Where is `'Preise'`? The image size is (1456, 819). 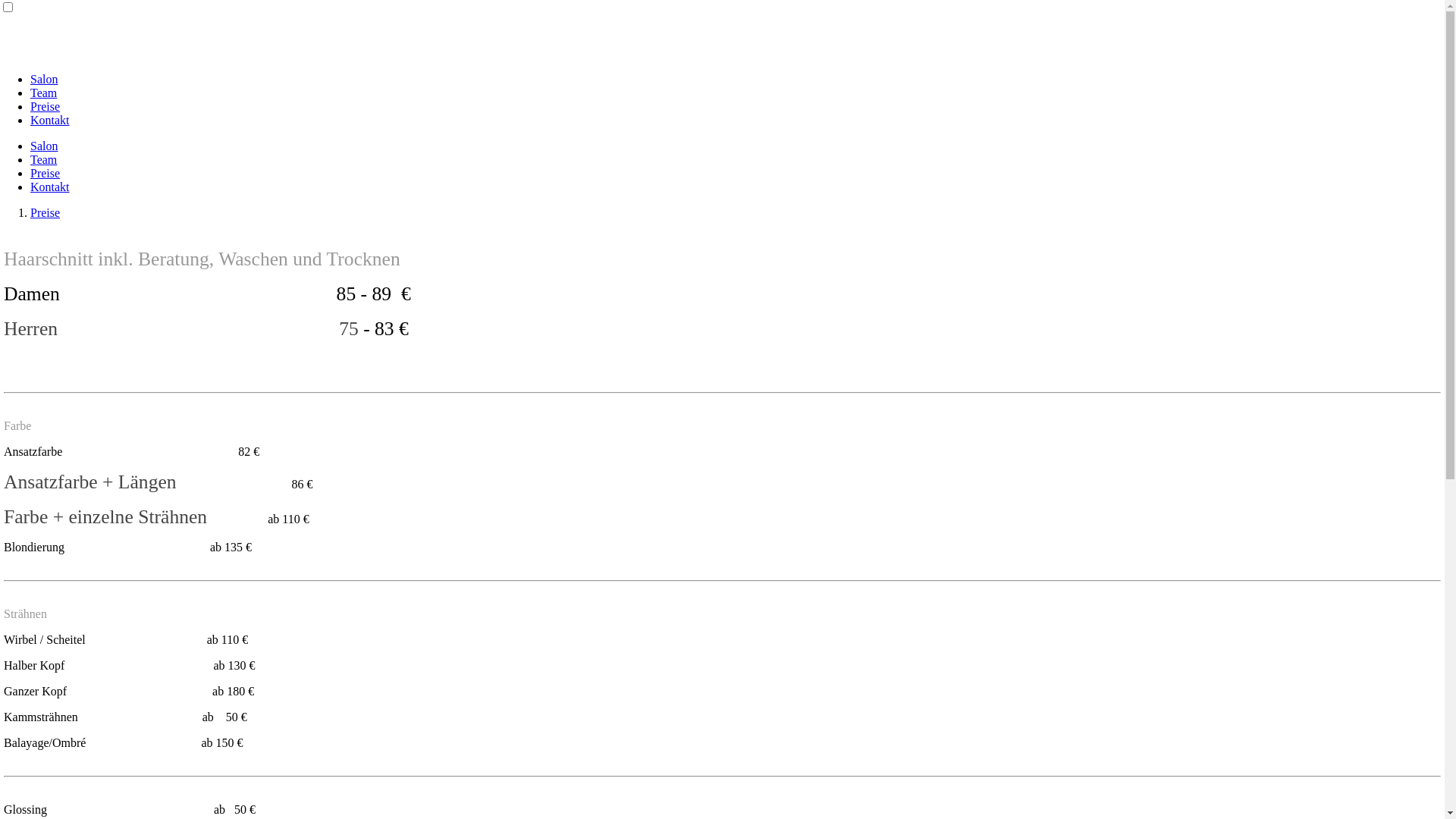
'Preise' is located at coordinates (45, 212).